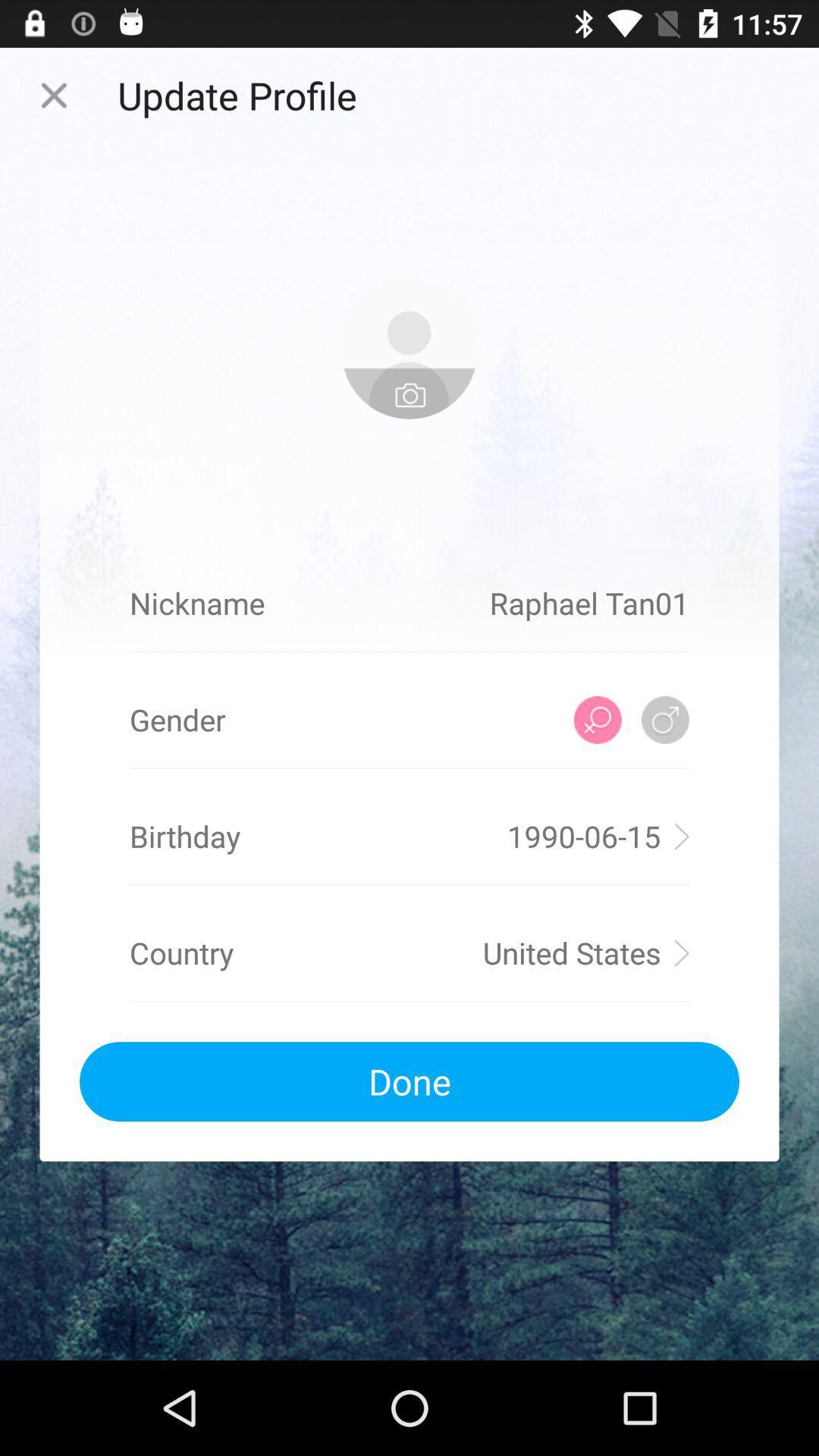 The width and height of the screenshot is (819, 1456). What do you see at coordinates (53, 94) in the screenshot?
I see `page` at bounding box center [53, 94].